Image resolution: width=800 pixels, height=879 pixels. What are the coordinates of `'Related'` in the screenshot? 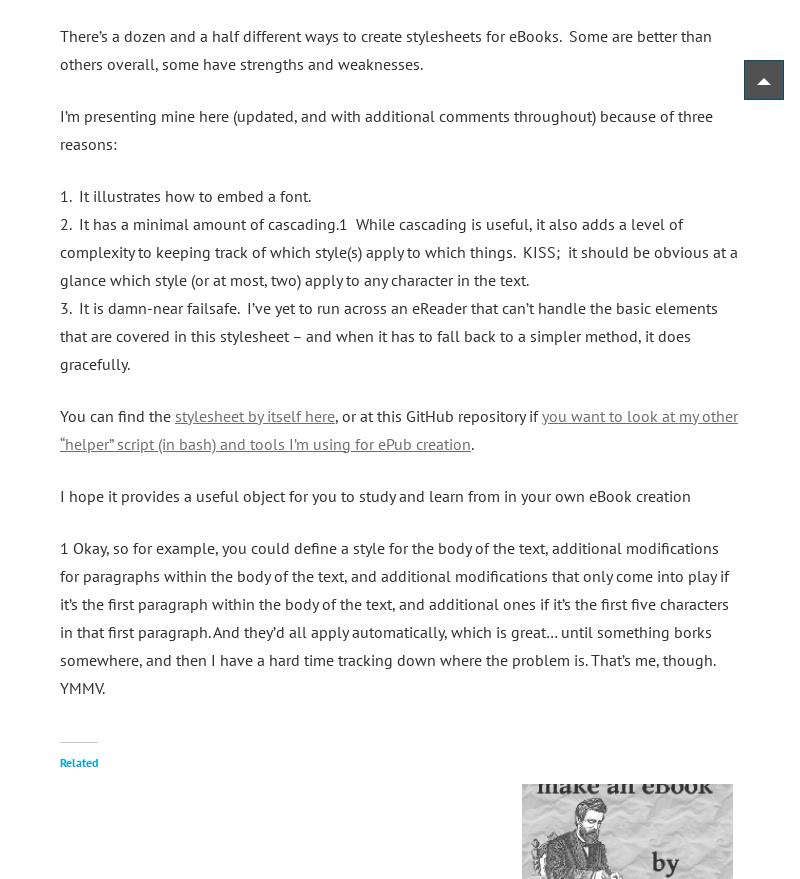 It's located at (79, 761).